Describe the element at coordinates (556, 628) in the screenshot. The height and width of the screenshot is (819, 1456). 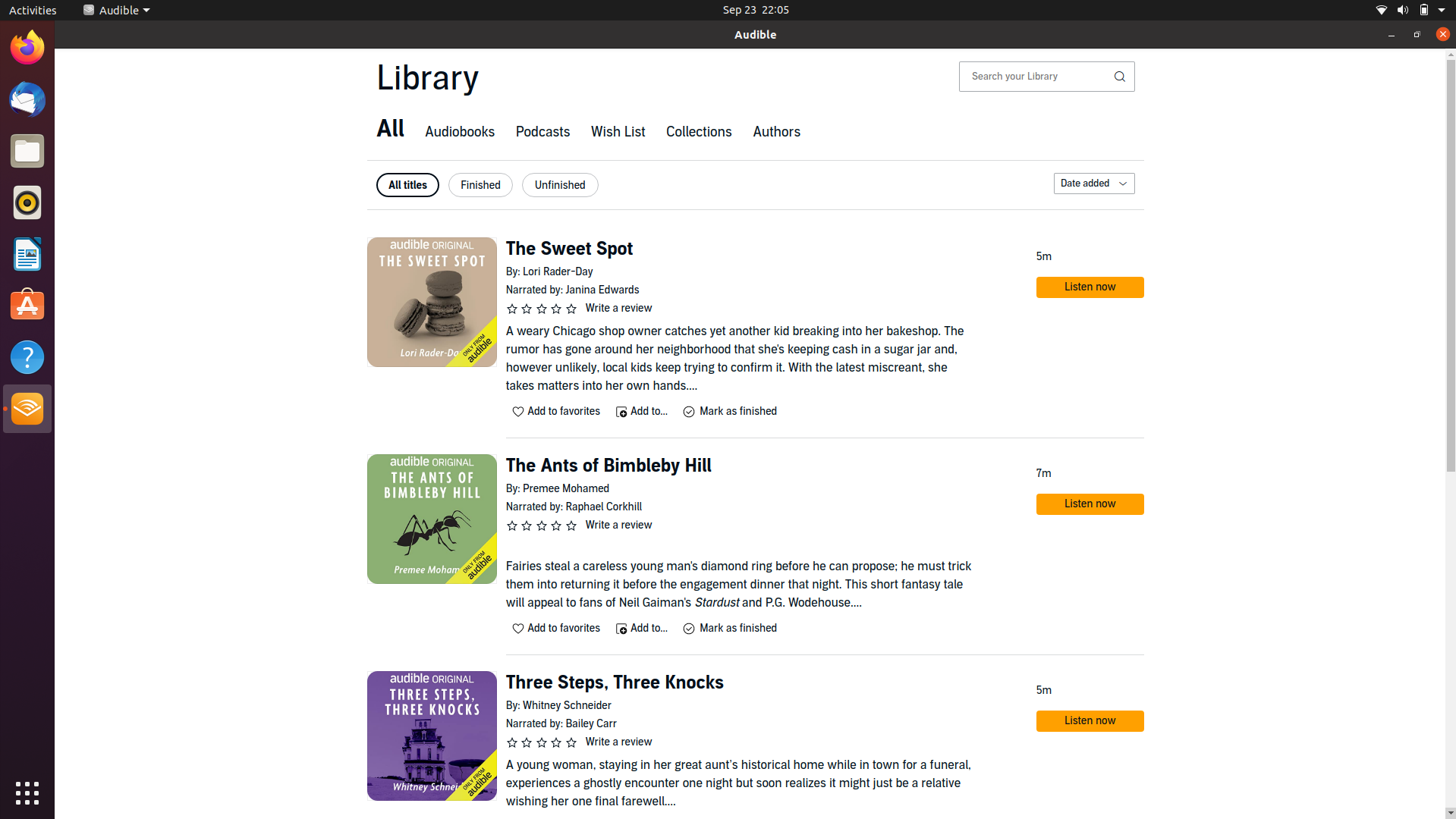
I see `Mark "Ants of Bimbleby Hill" as favourite` at that location.